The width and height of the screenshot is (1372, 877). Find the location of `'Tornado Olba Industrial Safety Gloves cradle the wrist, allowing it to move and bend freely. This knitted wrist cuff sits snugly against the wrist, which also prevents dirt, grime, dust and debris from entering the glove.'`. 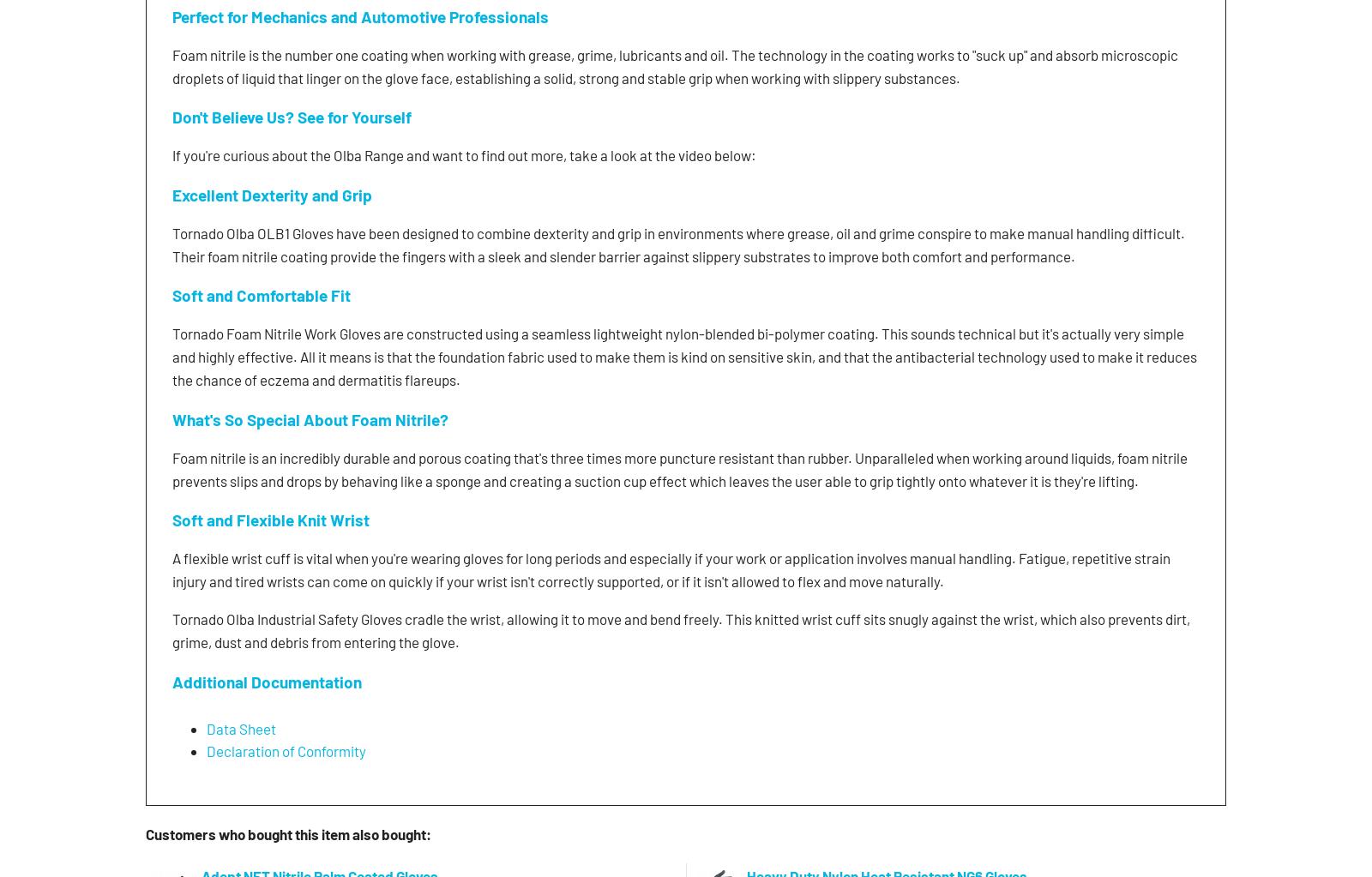

'Tornado Olba Industrial Safety Gloves cradle the wrist, allowing it to move and bend freely. This knitted wrist cuff sits snugly against the wrist, which also prevents dirt, grime, dust and debris from entering the glove.' is located at coordinates (681, 630).